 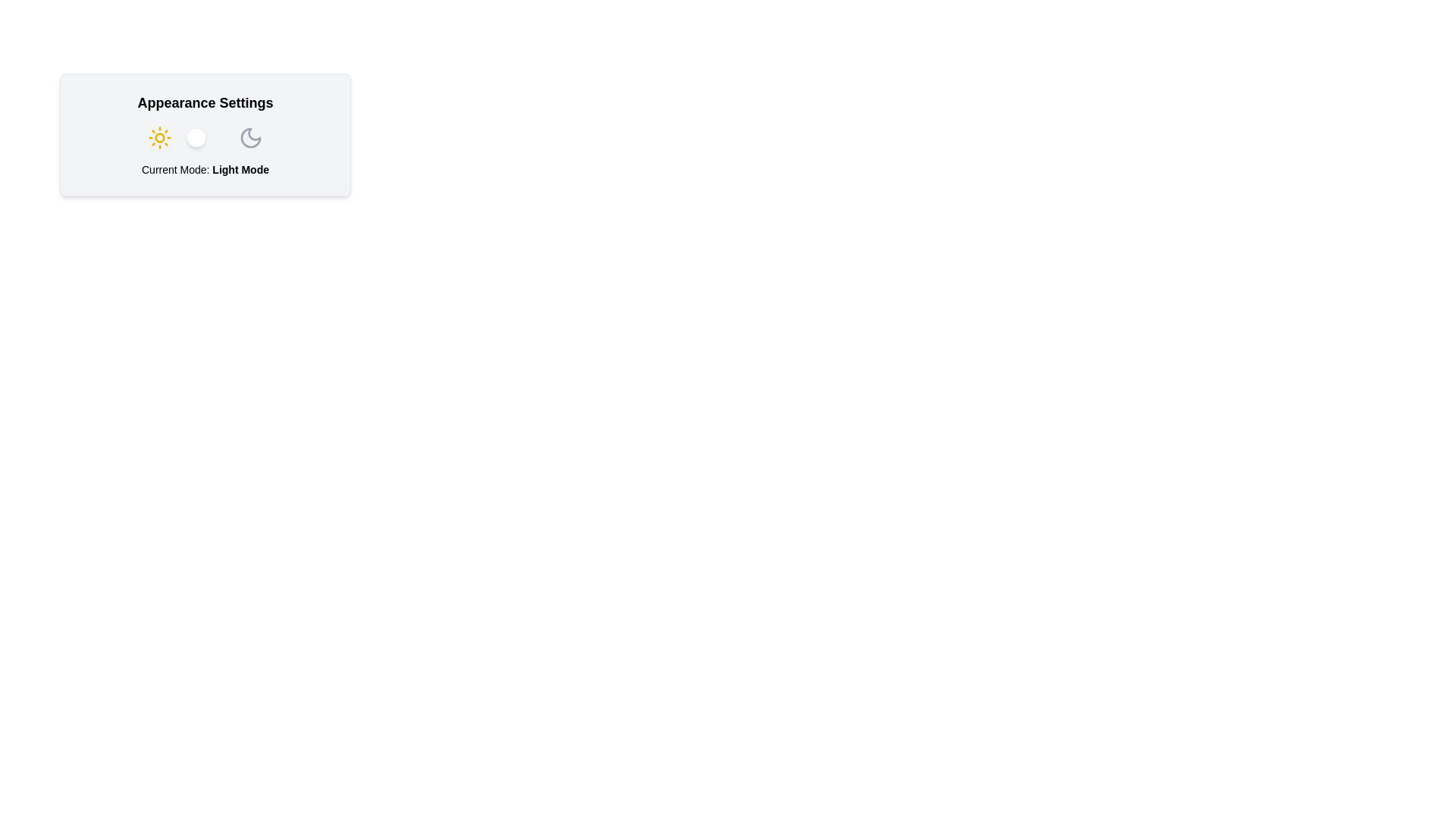 I want to click on the toggle switch located in the center of the settings pop-up box, so click(x=204, y=137).